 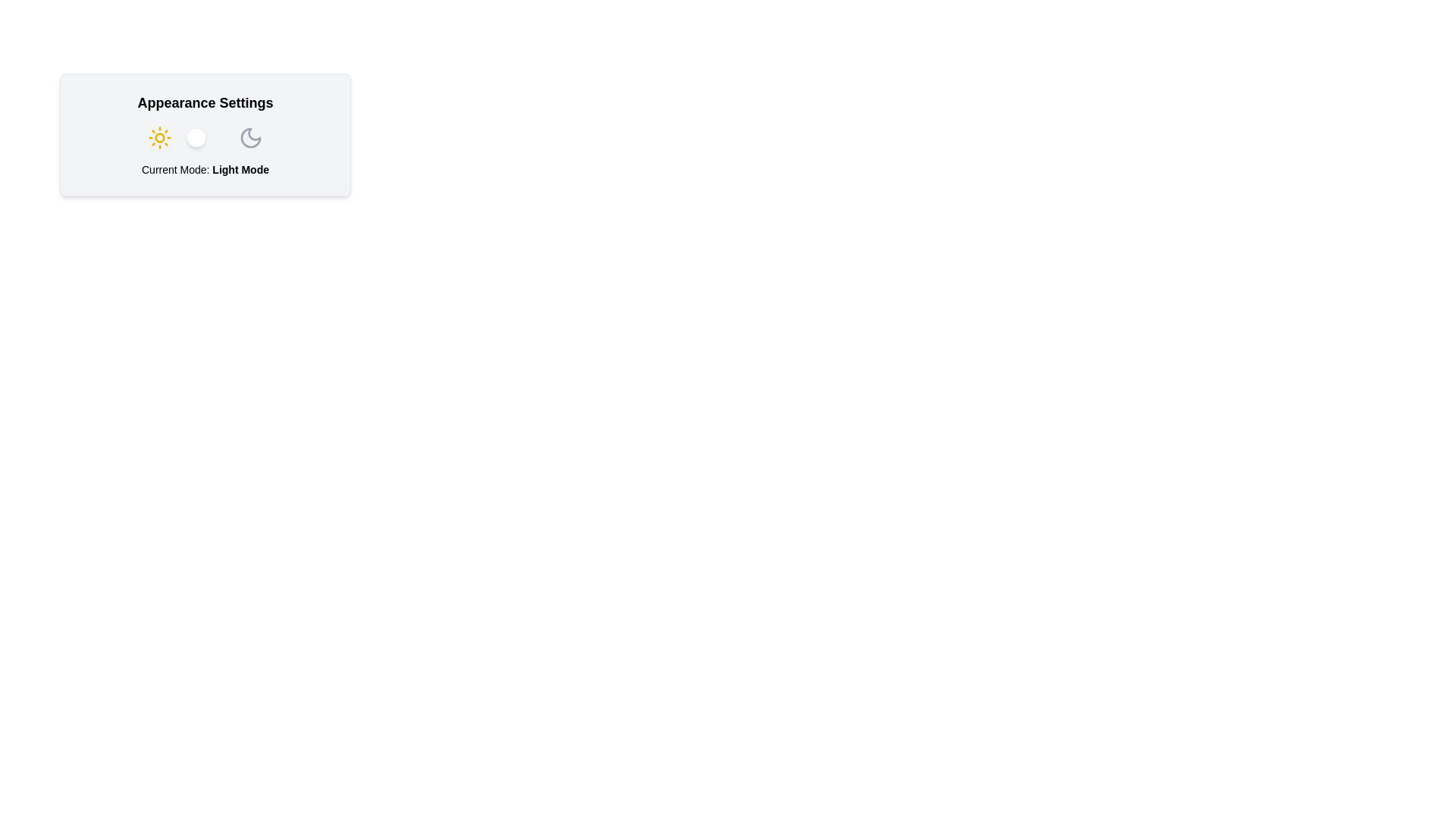 I want to click on the toggle switch located in the center of the settings pop-up box, so click(x=204, y=137).